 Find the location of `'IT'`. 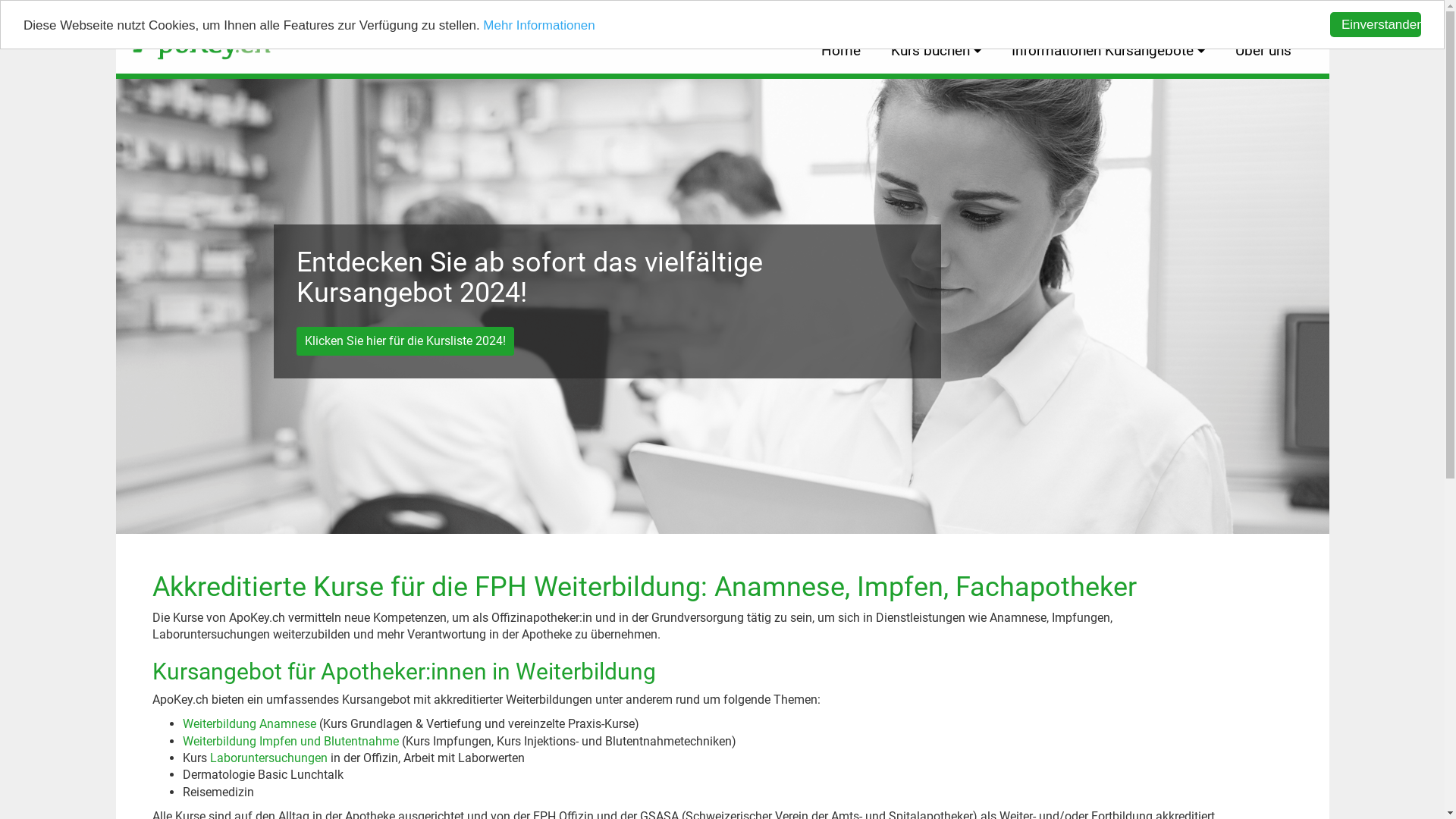

'IT' is located at coordinates (1291, 14).